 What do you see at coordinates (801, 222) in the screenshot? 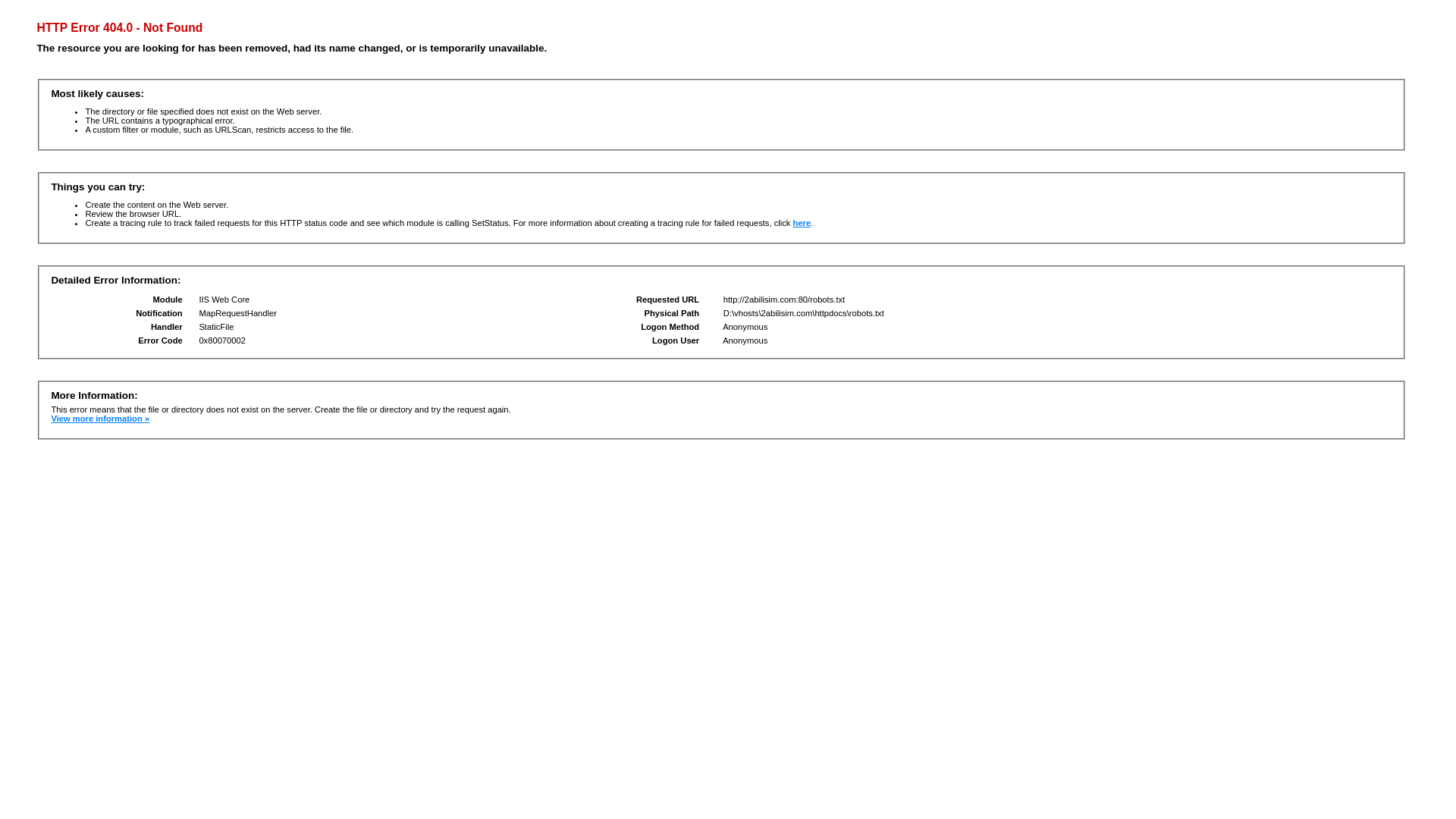
I see `'here'` at bounding box center [801, 222].